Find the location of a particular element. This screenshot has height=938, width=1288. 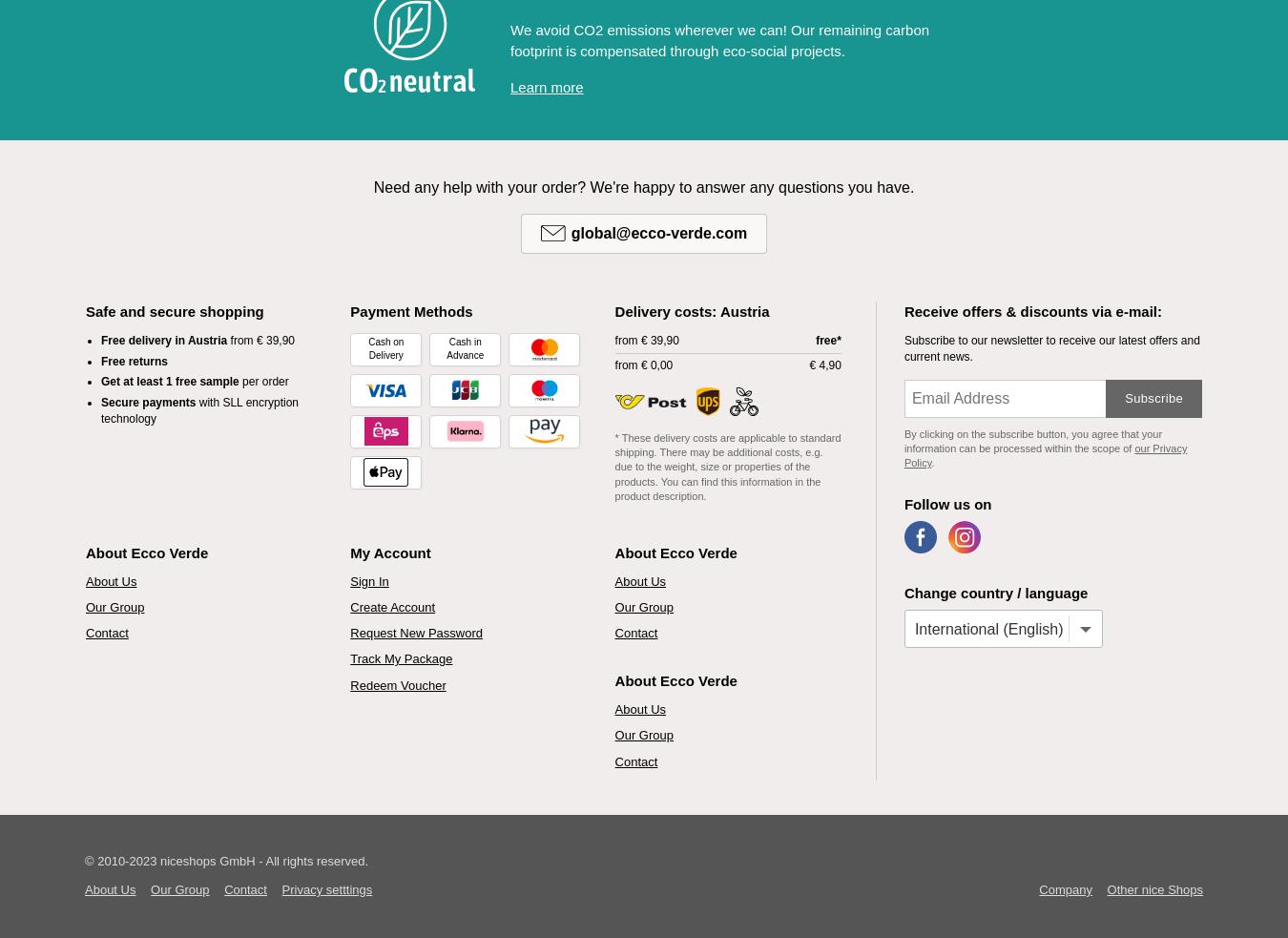

'Cash in Advance' is located at coordinates (446, 347).